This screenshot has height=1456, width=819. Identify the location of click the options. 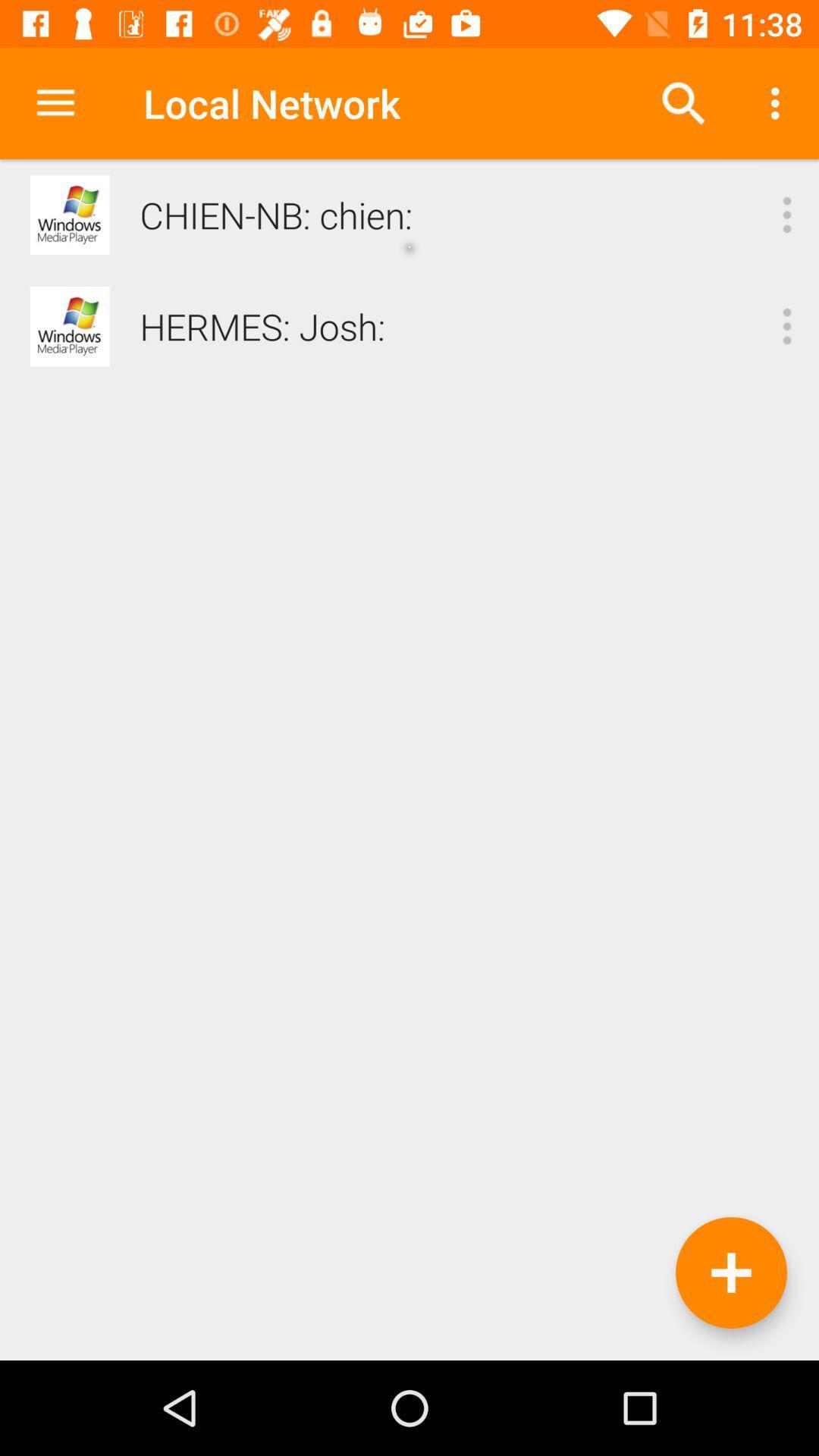
(786, 214).